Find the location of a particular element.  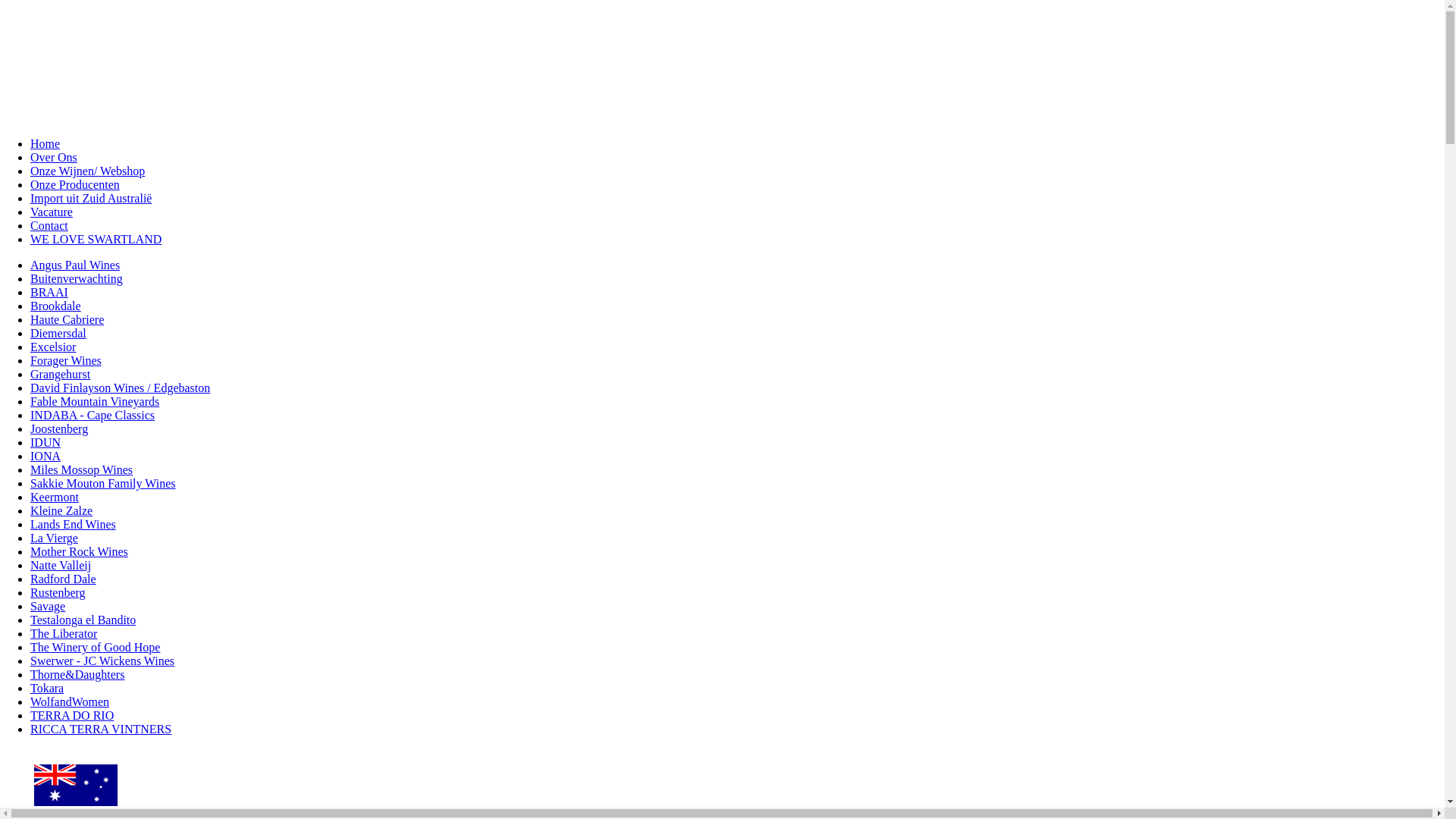

'Rustenberg' is located at coordinates (58, 591).